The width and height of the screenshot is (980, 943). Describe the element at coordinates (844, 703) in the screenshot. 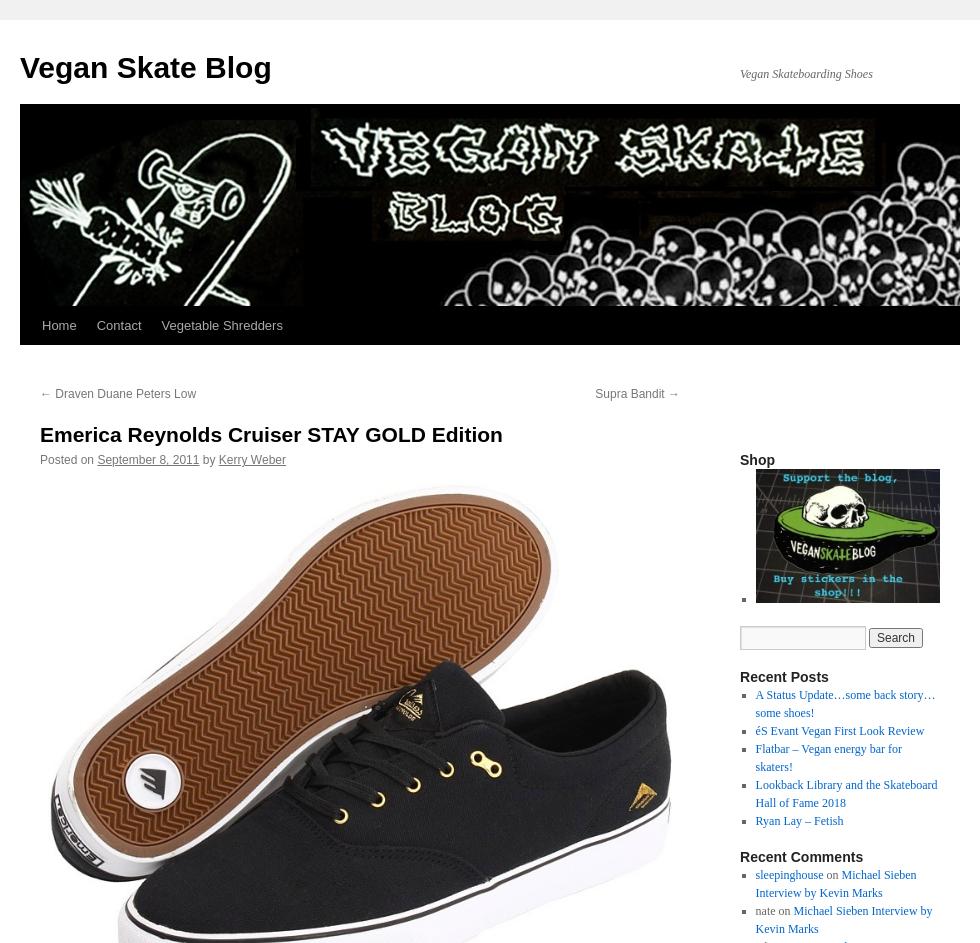

I see `'A Status Update…some back story…some shoes!'` at that location.